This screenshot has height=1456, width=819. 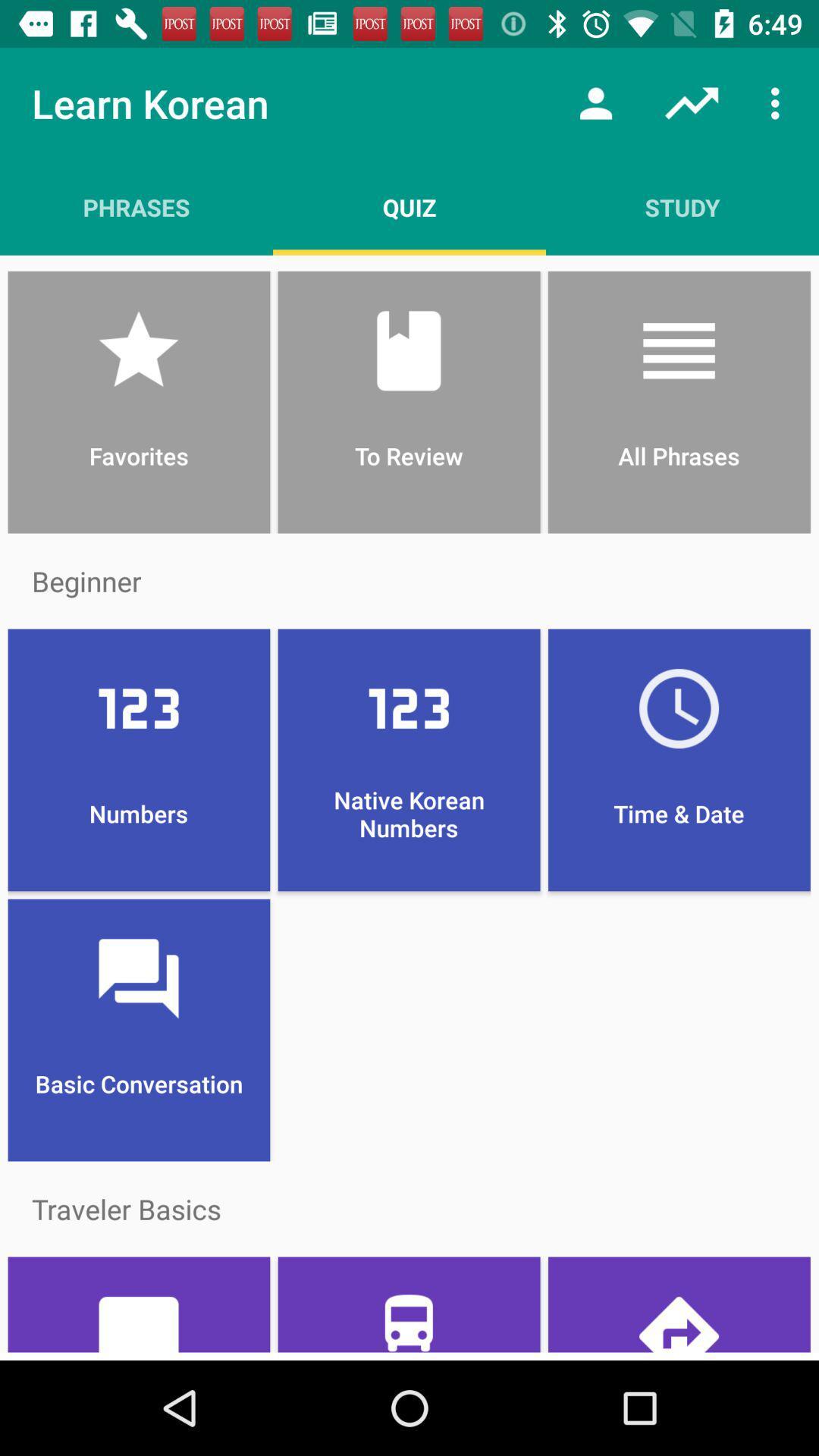 What do you see at coordinates (681, 206) in the screenshot?
I see `study icon` at bounding box center [681, 206].